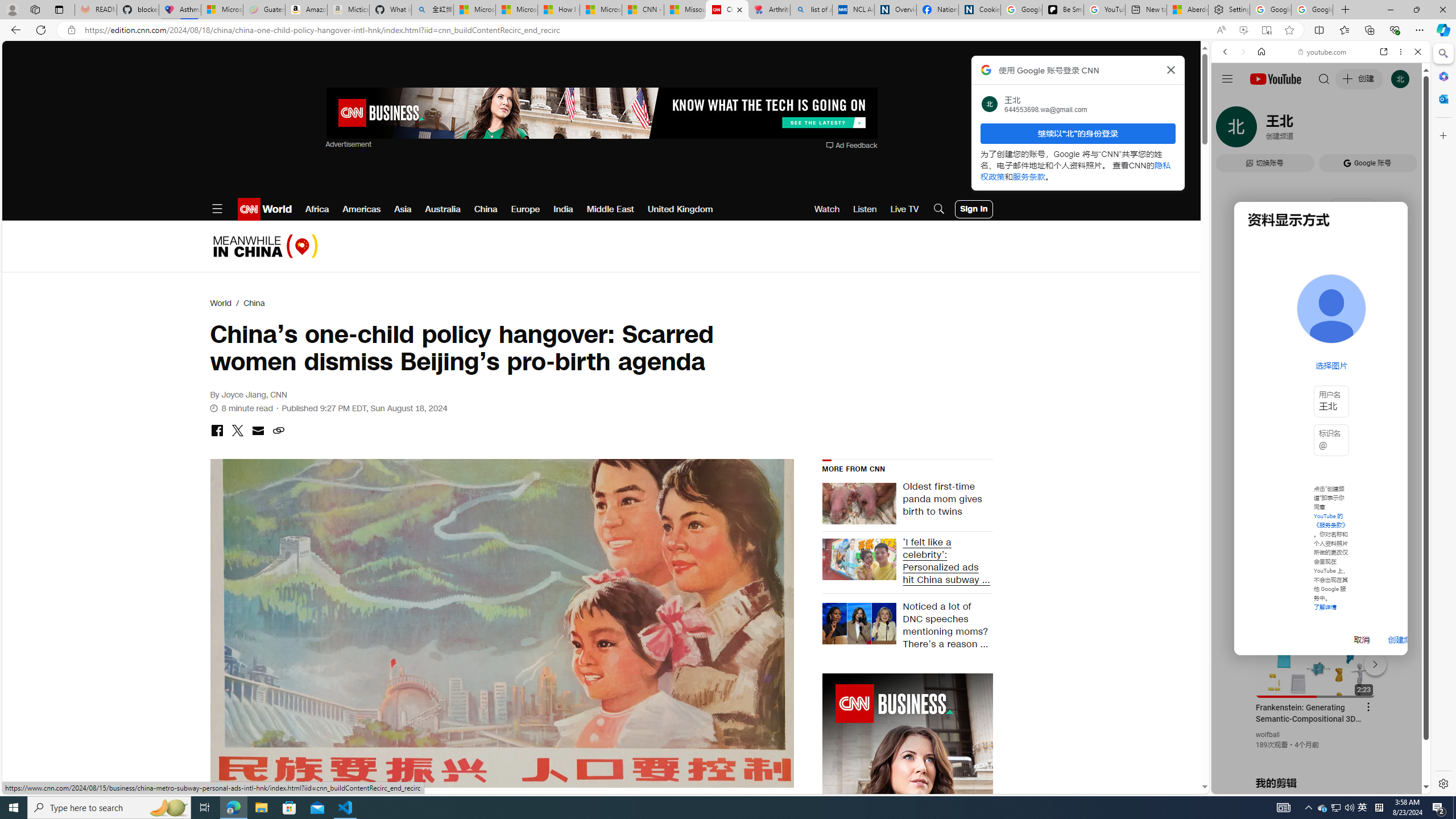  Describe the element at coordinates (278, 431) in the screenshot. I see `'copy link to clipboard'` at that location.